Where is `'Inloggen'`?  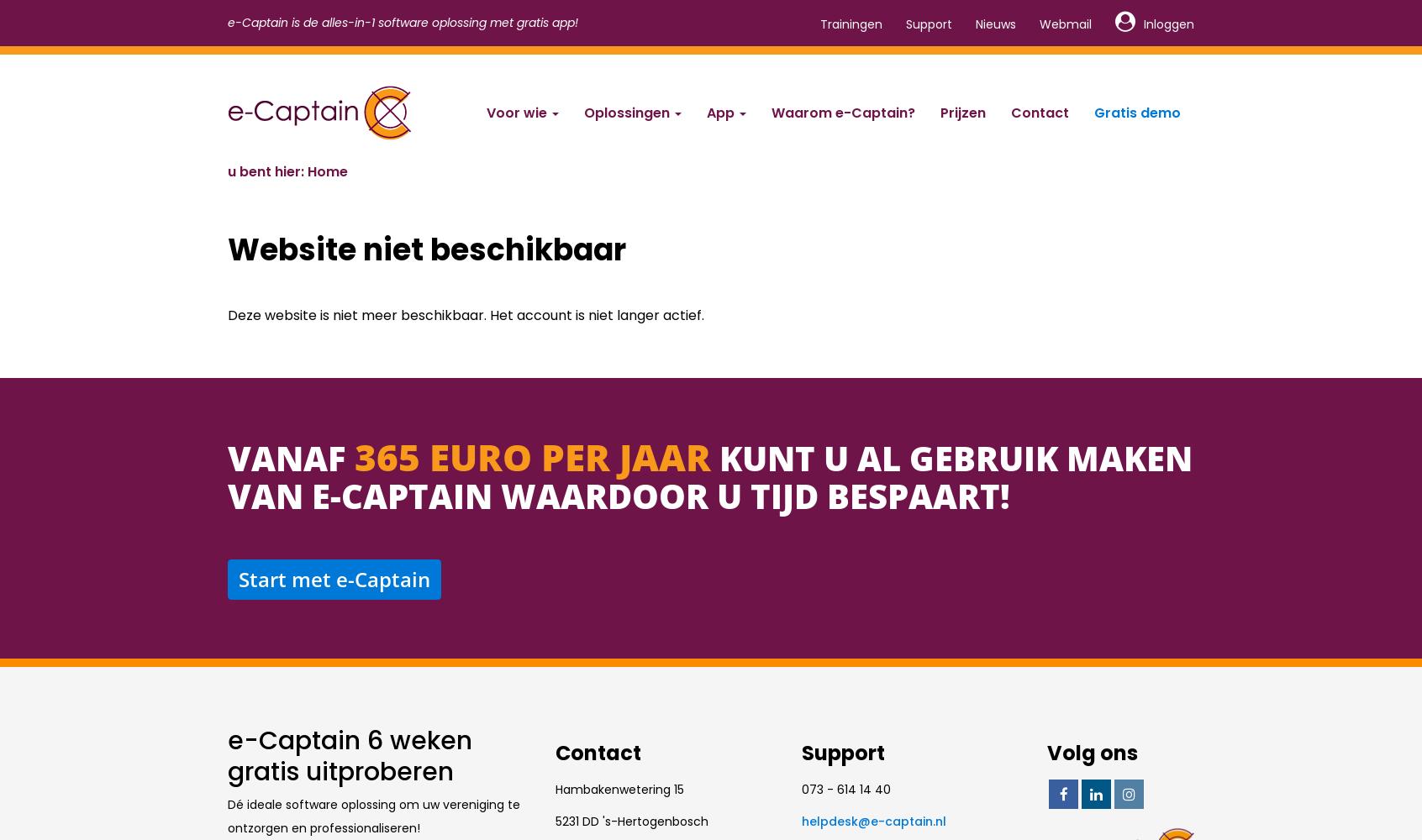
'Inloggen' is located at coordinates (1162, 24).